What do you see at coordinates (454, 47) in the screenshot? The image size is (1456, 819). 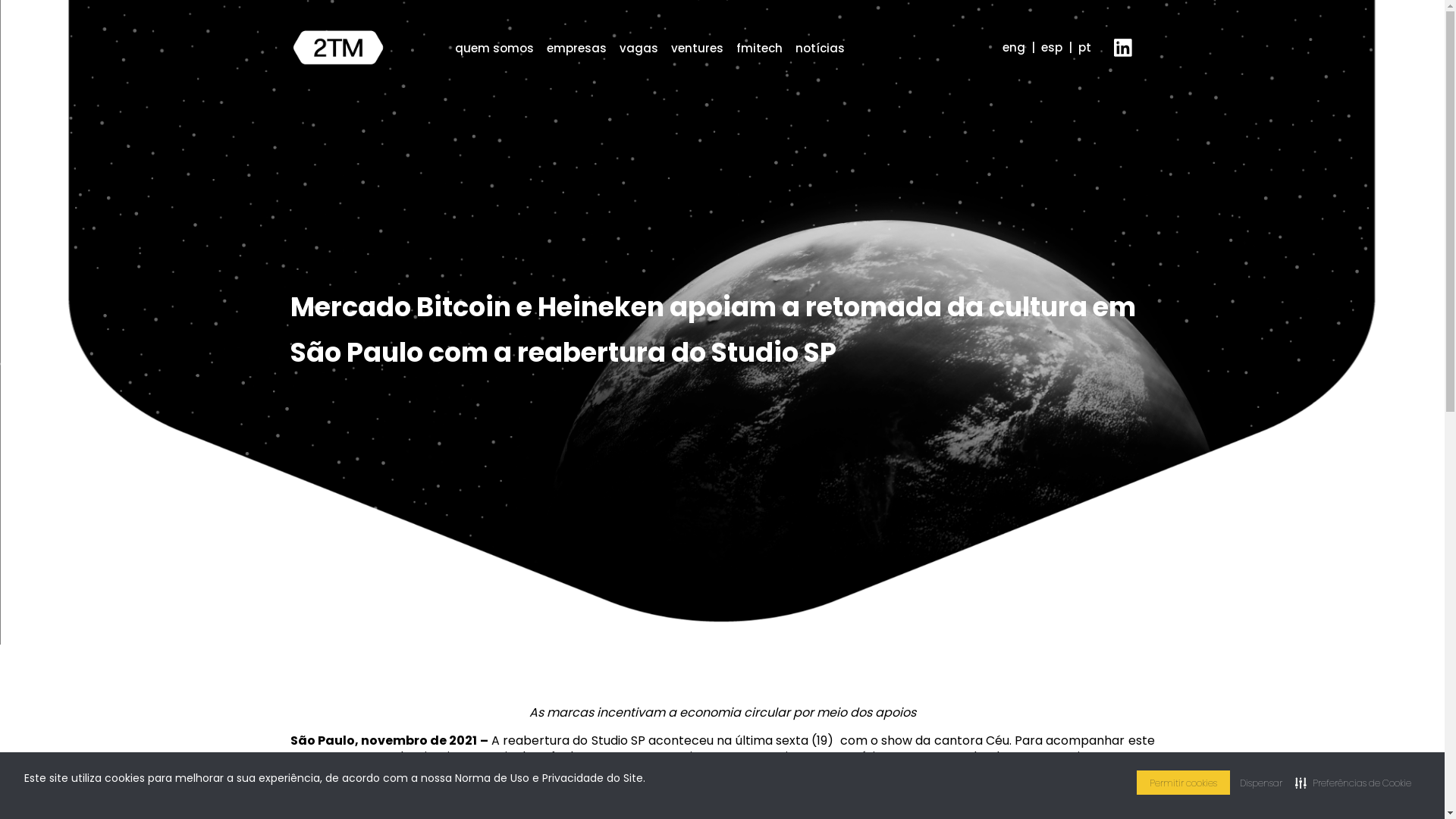 I see `'quem somos'` at bounding box center [454, 47].